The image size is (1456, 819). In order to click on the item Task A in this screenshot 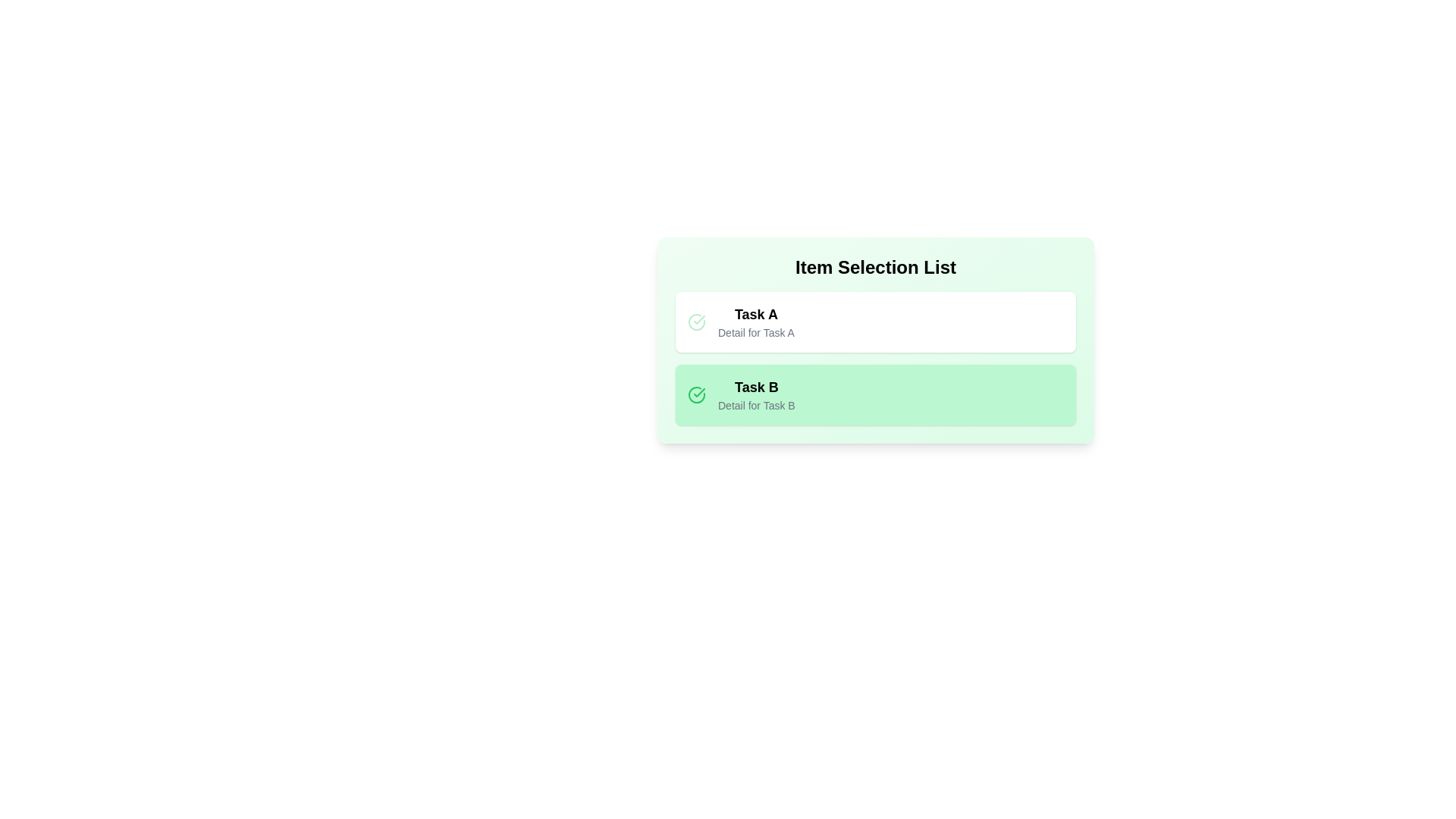, I will do `click(876, 321)`.